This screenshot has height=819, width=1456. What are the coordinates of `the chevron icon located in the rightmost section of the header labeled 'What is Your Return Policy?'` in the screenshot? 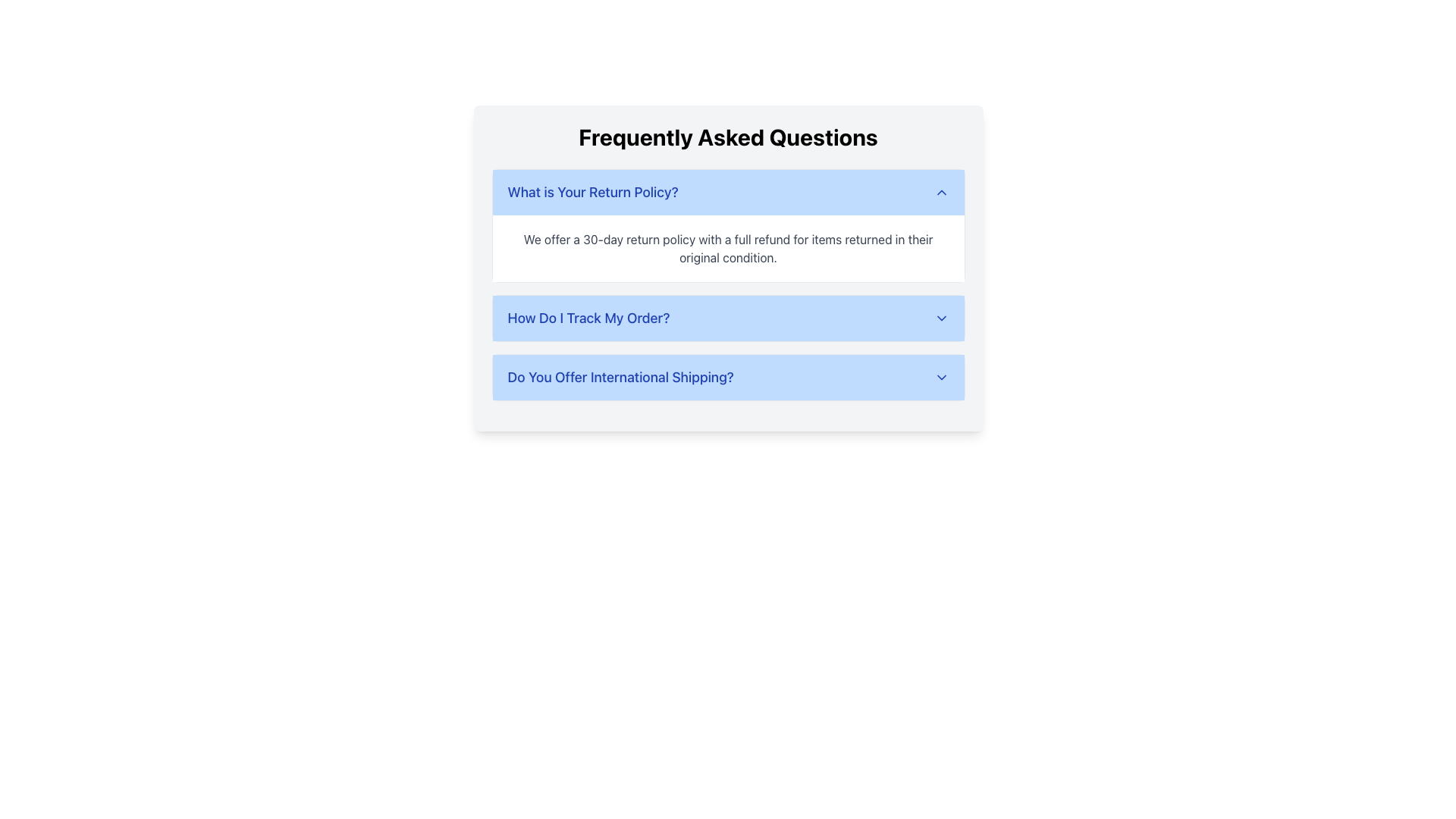 It's located at (940, 192).